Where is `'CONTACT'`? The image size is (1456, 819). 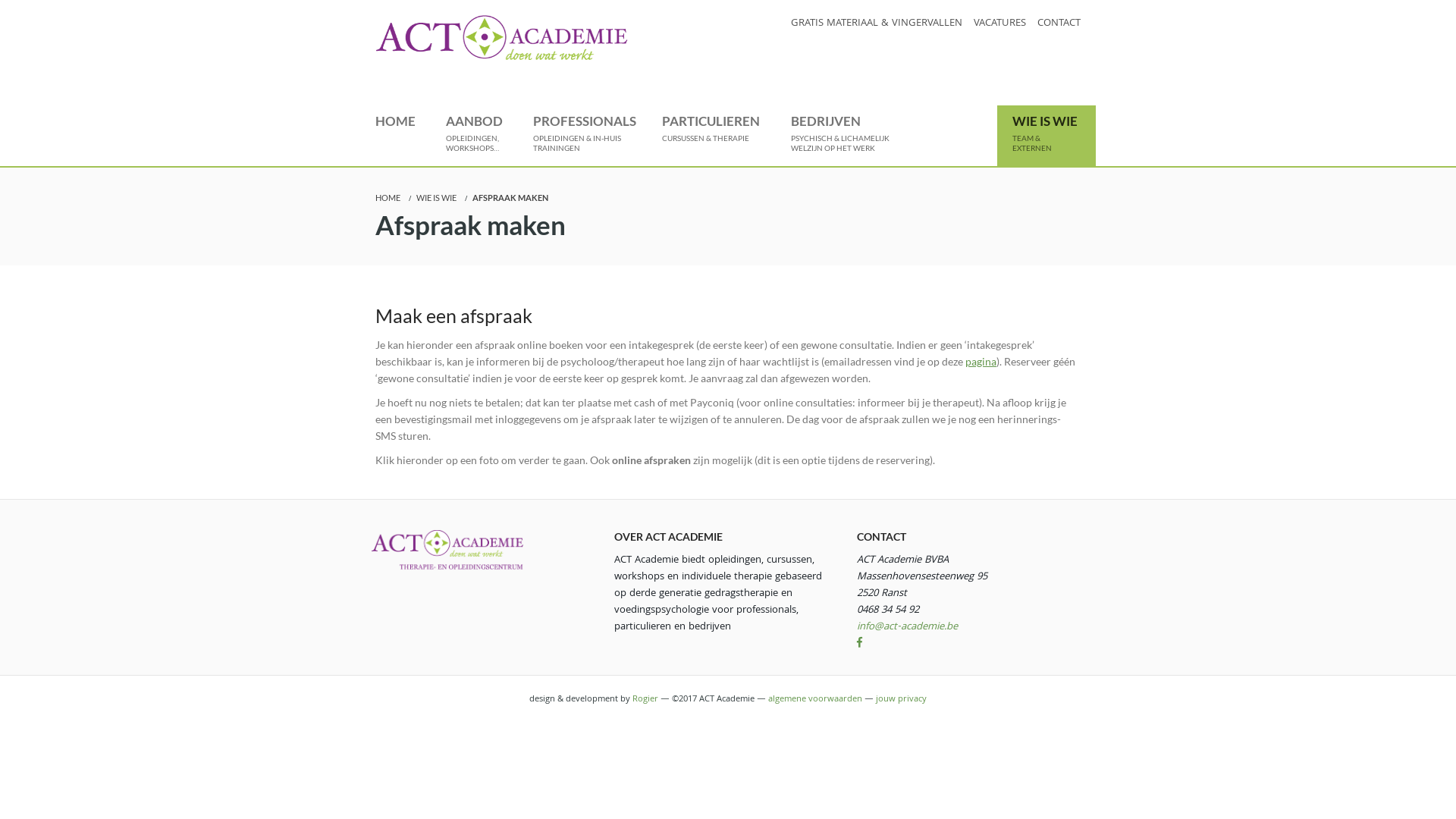 'CONTACT' is located at coordinates (1058, 23).